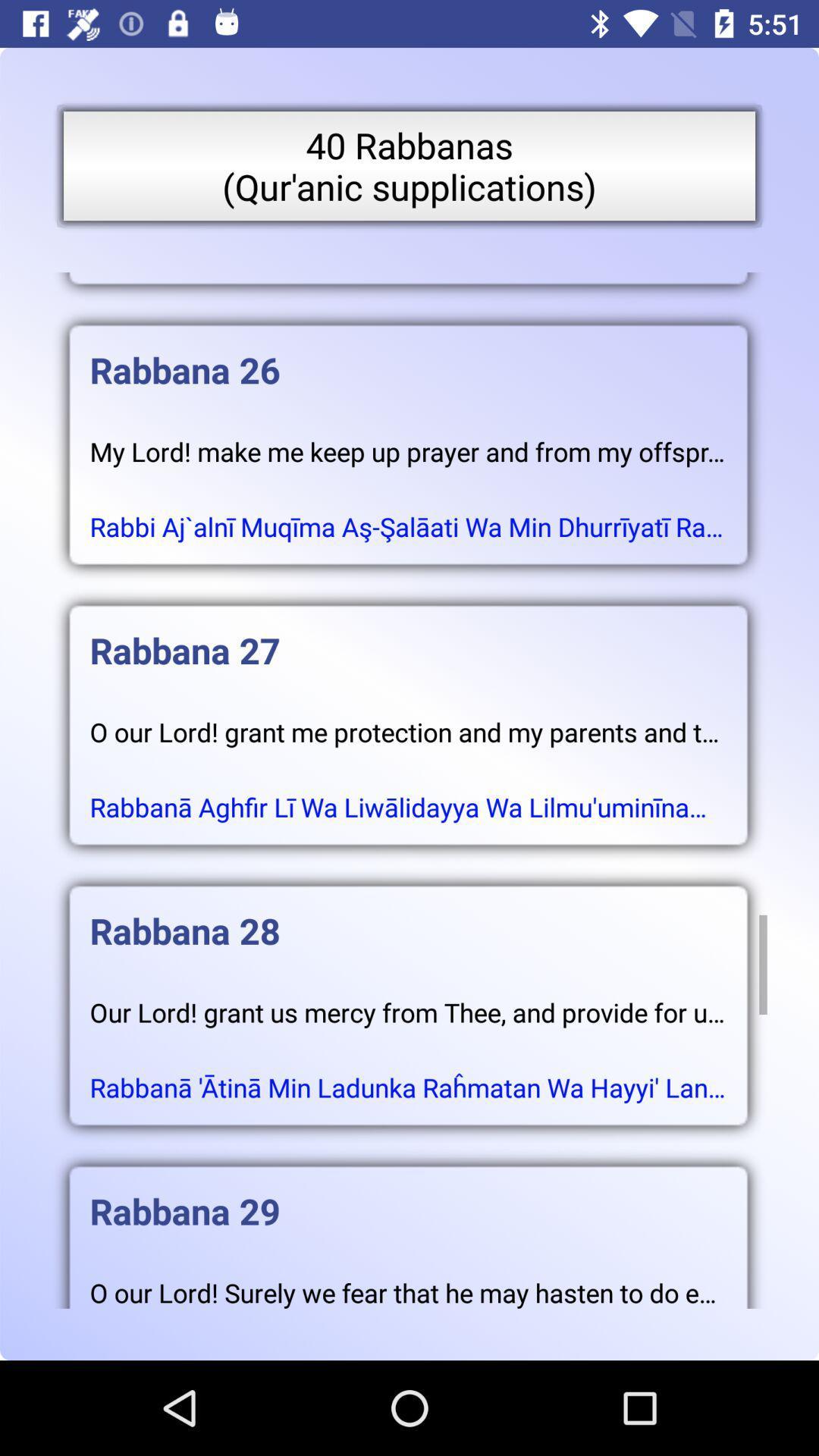 The height and width of the screenshot is (1456, 819). Describe the element at coordinates (407, 1195) in the screenshot. I see `the rabbana 29` at that location.